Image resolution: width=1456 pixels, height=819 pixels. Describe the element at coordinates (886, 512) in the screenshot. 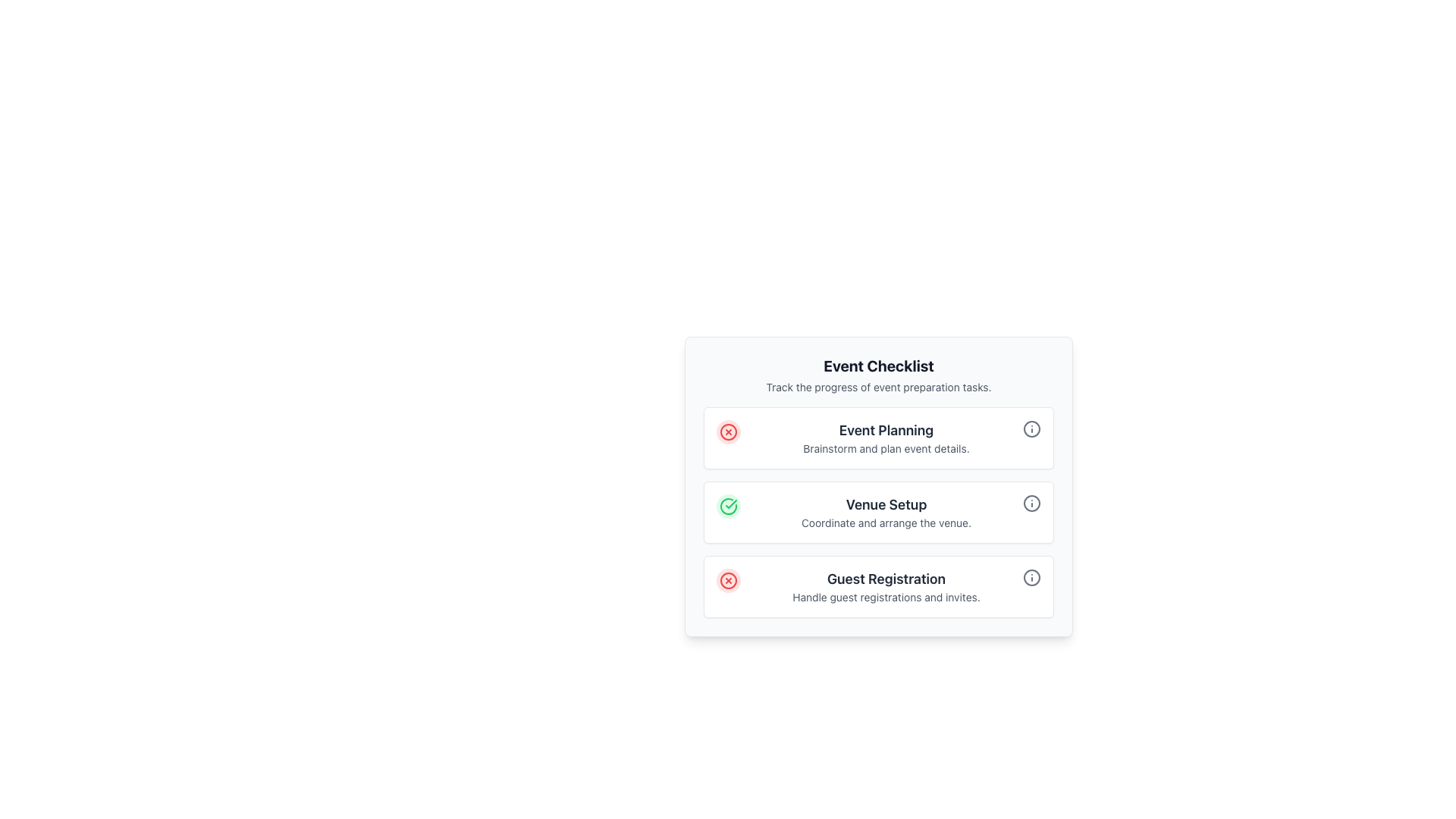

I see `displayed text from the Text Display Element labeled 'Venue Setup', which contains the bold text 'Venue Setup' and the smaller gray text 'Coordinate and arrange the venue.'` at that location.